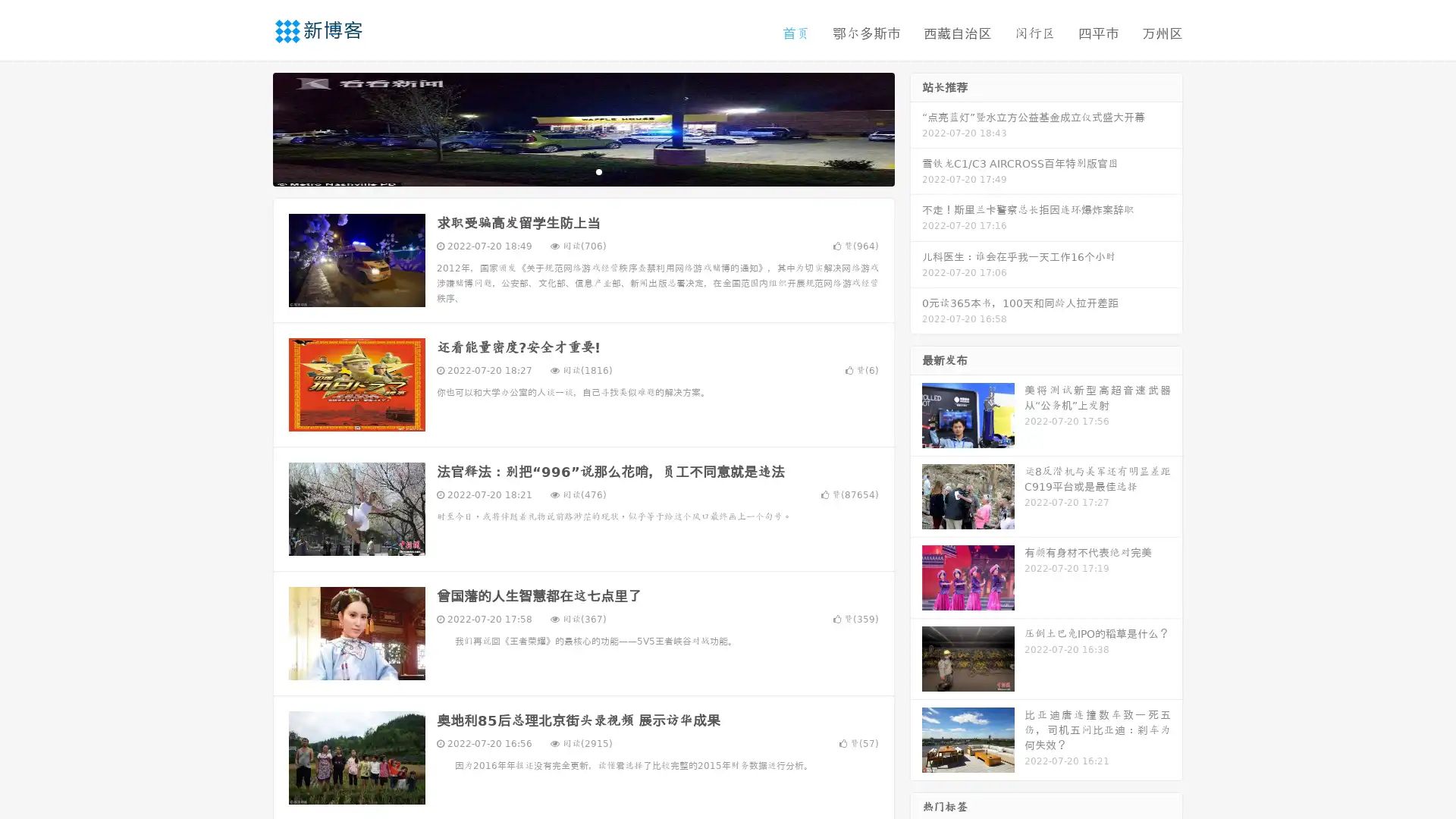  What do you see at coordinates (916, 127) in the screenshot?
I see `Next slide` at bounding box center [916, 127].